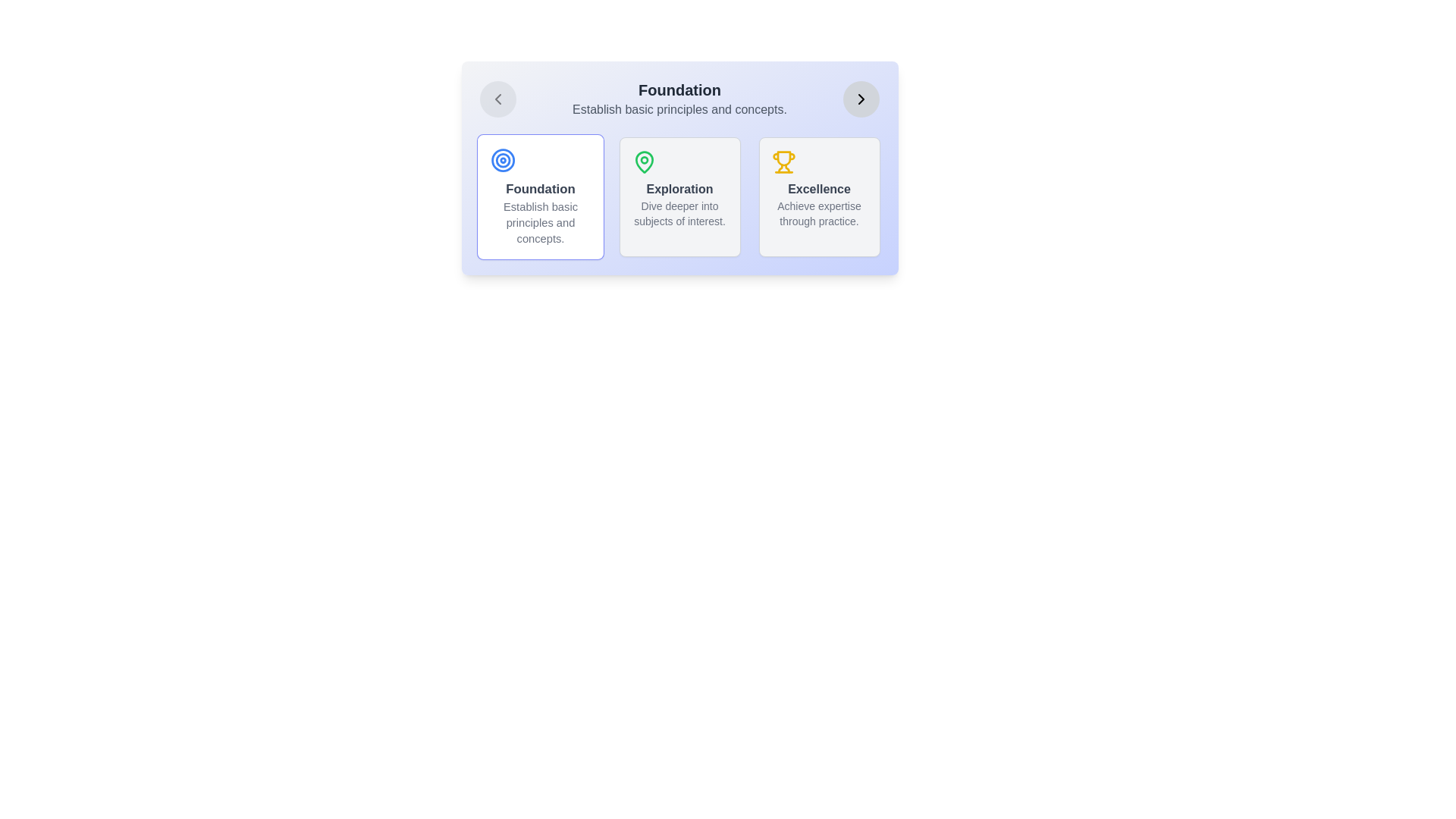 Image resolution: width=1456 pixels, height=819 pixels. Describe the element at coordinates (679, 196) in the screenshot. I see `the central informational card, which is the second card in a set of three` at that location.